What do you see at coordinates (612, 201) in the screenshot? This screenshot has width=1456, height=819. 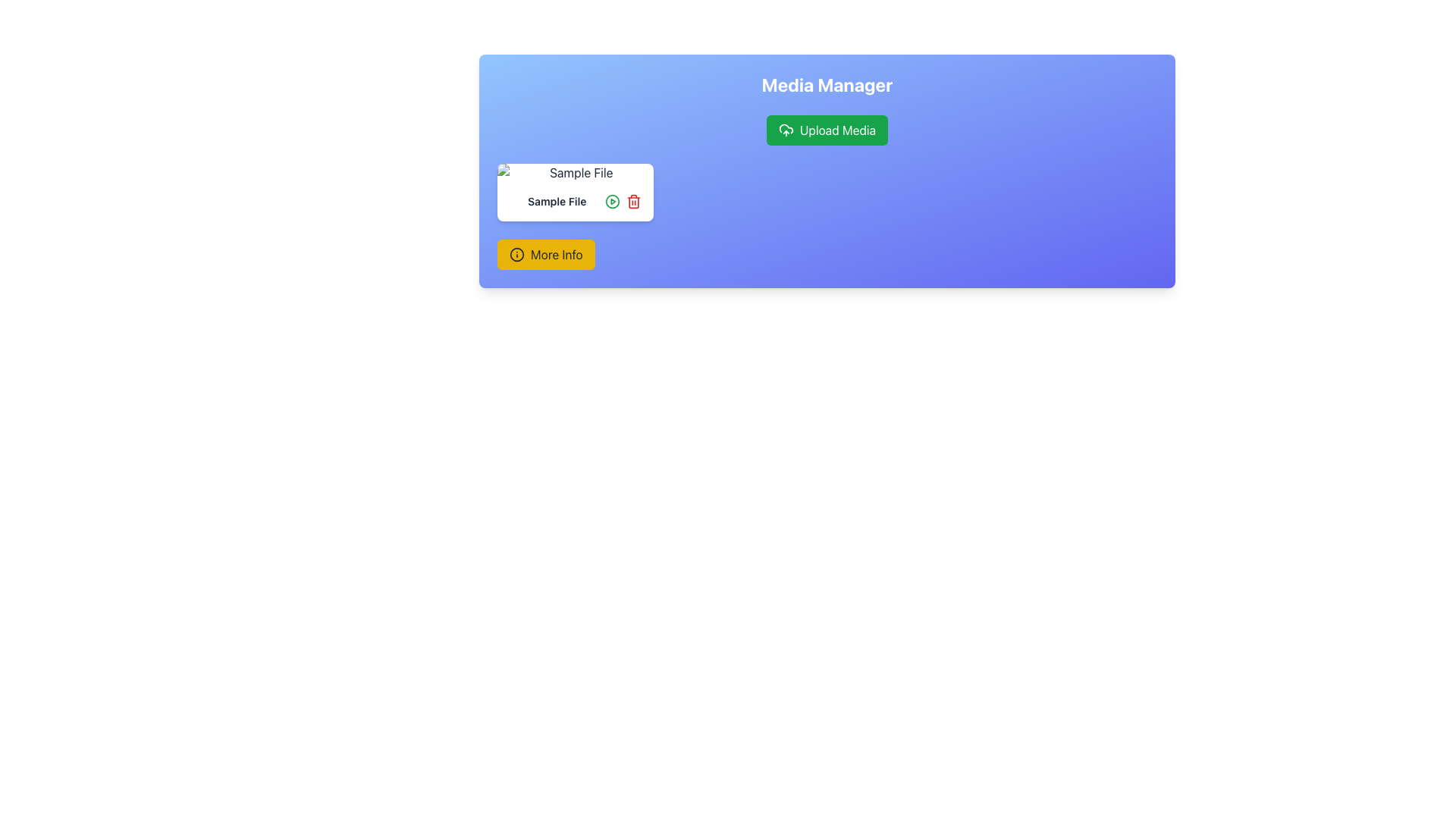 I see `the SVG Circle that functions as a visual boundary for the play button, located at the center of the graphical component near the left part of a file item component` at bounding box center [612, 201].